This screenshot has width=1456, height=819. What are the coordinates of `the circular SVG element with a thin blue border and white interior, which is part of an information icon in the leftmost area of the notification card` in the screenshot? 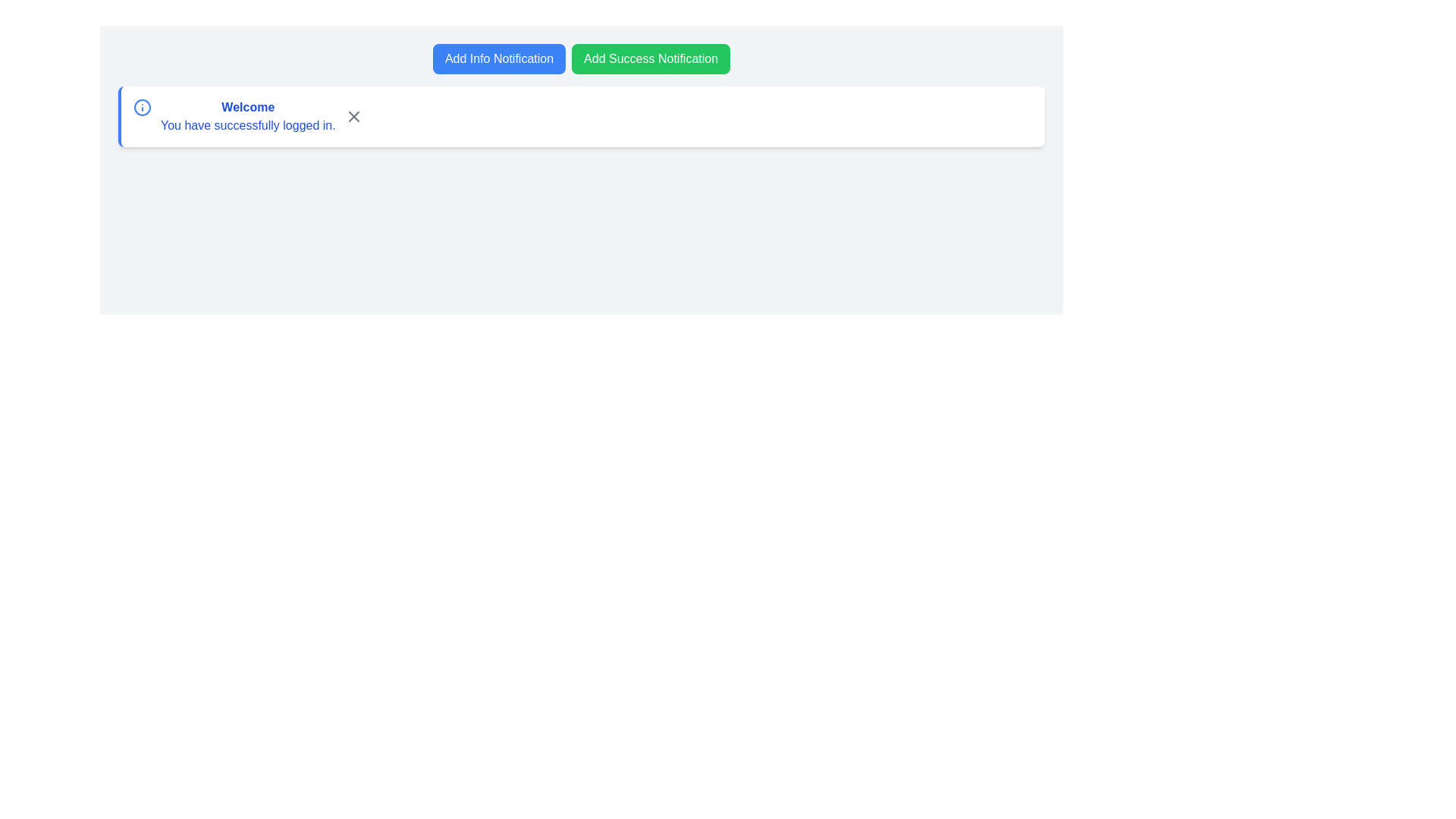 It's located at (142, 107).